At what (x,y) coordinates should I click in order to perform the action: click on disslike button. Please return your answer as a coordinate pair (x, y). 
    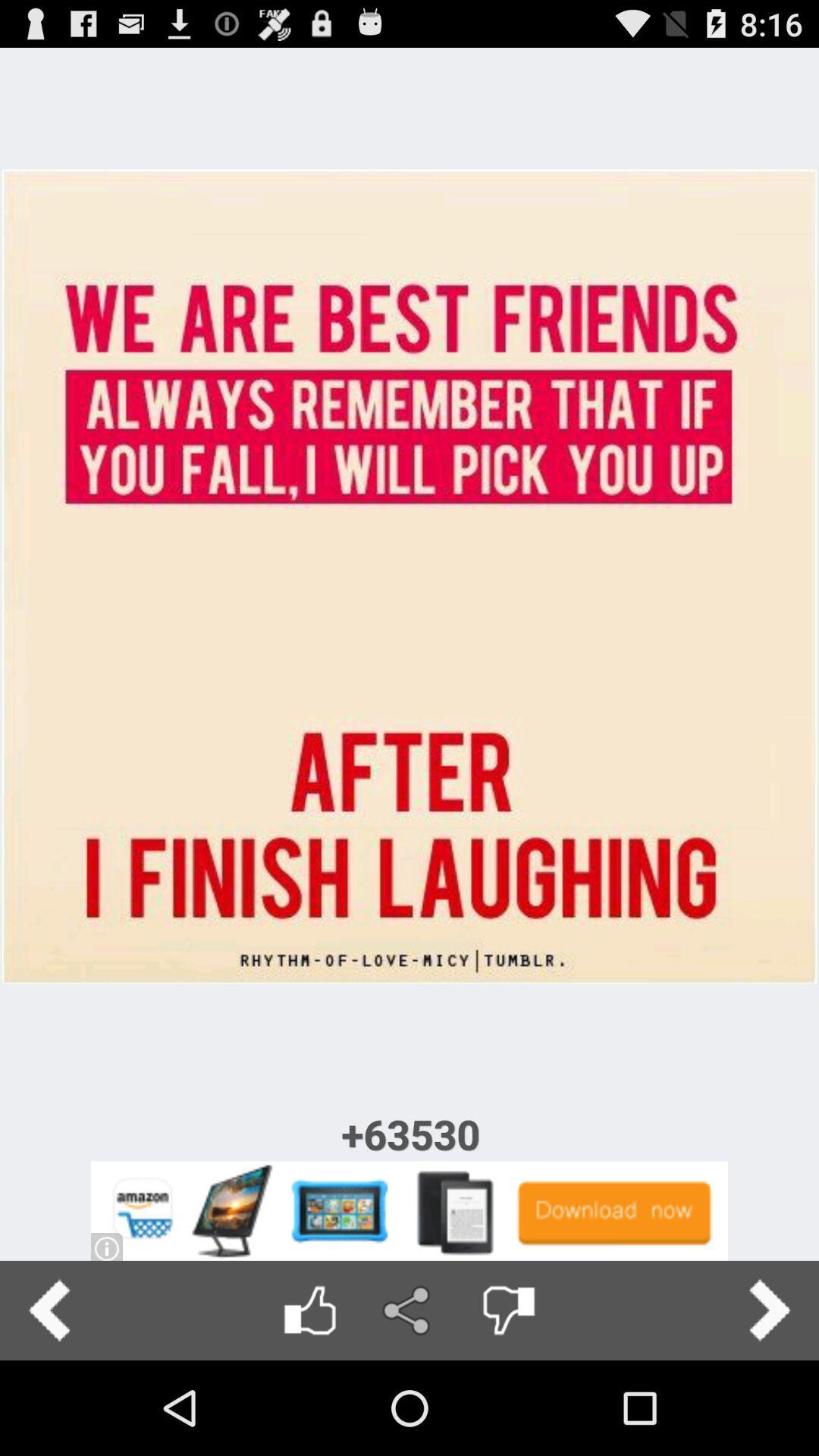
    Looking at the image, I should click on (508, 1310).